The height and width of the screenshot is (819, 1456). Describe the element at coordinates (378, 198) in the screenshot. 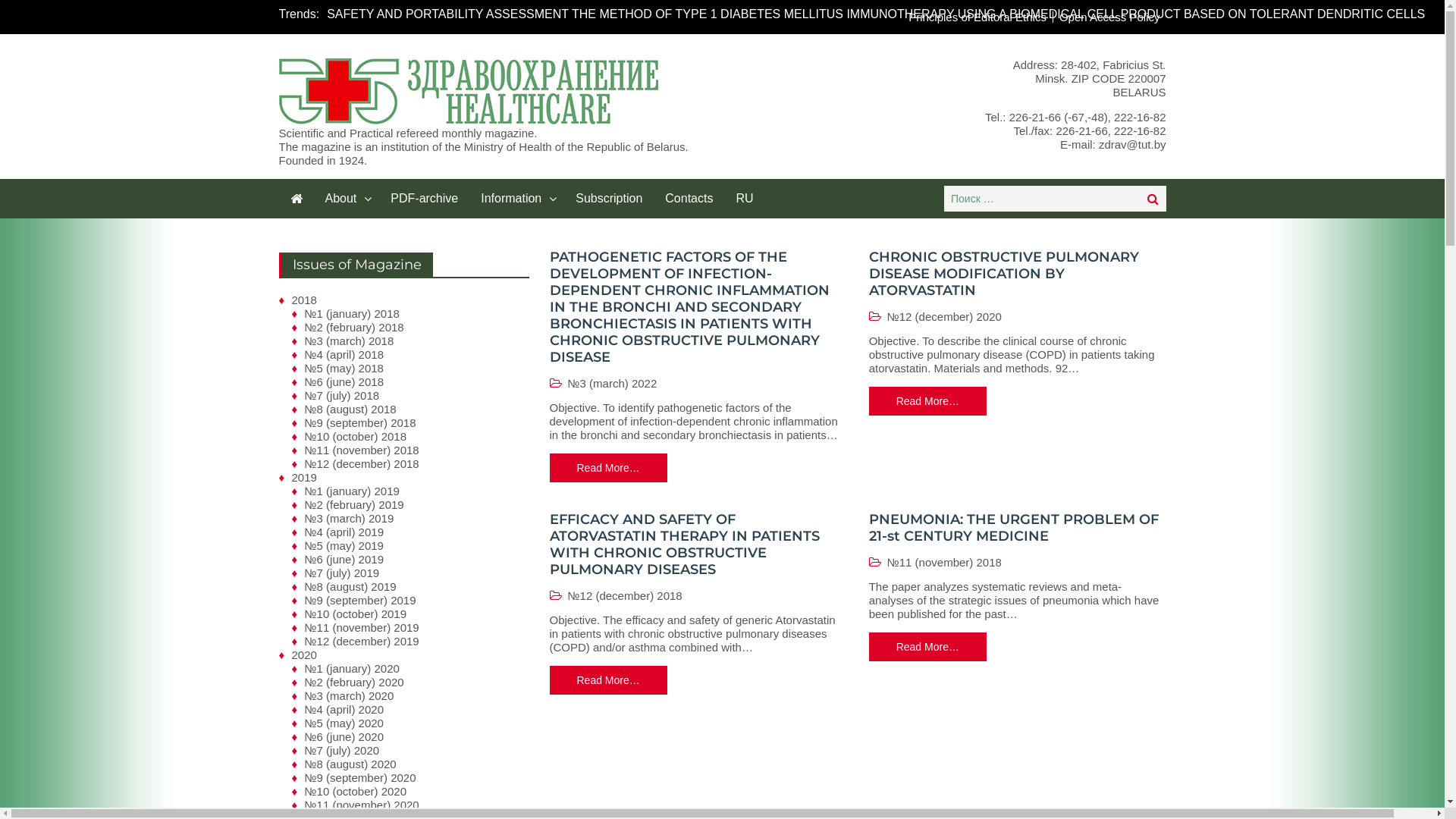

I see `'PDF-archive'` at that location.